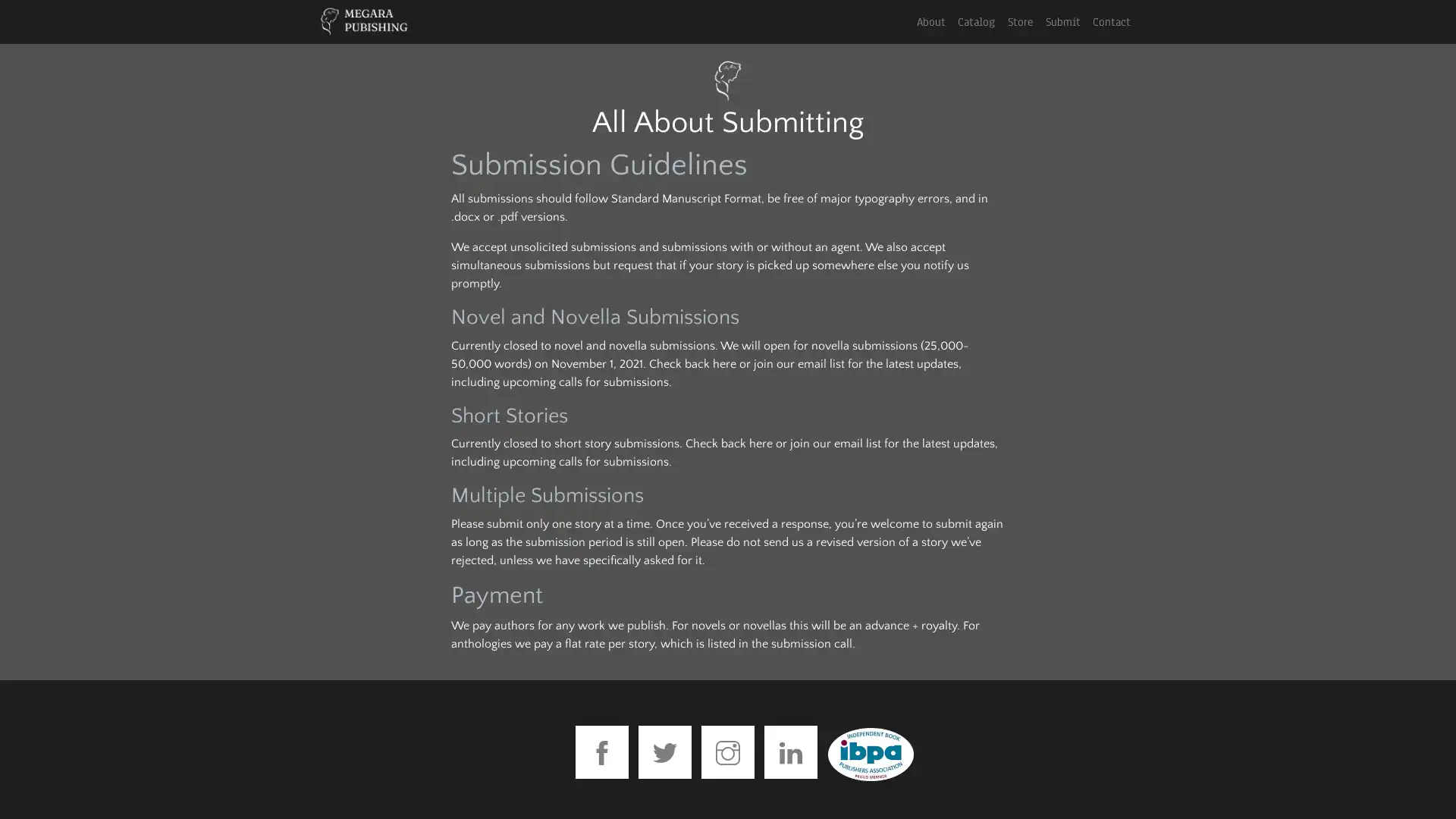  I want to click on Close, so click(899, 42).